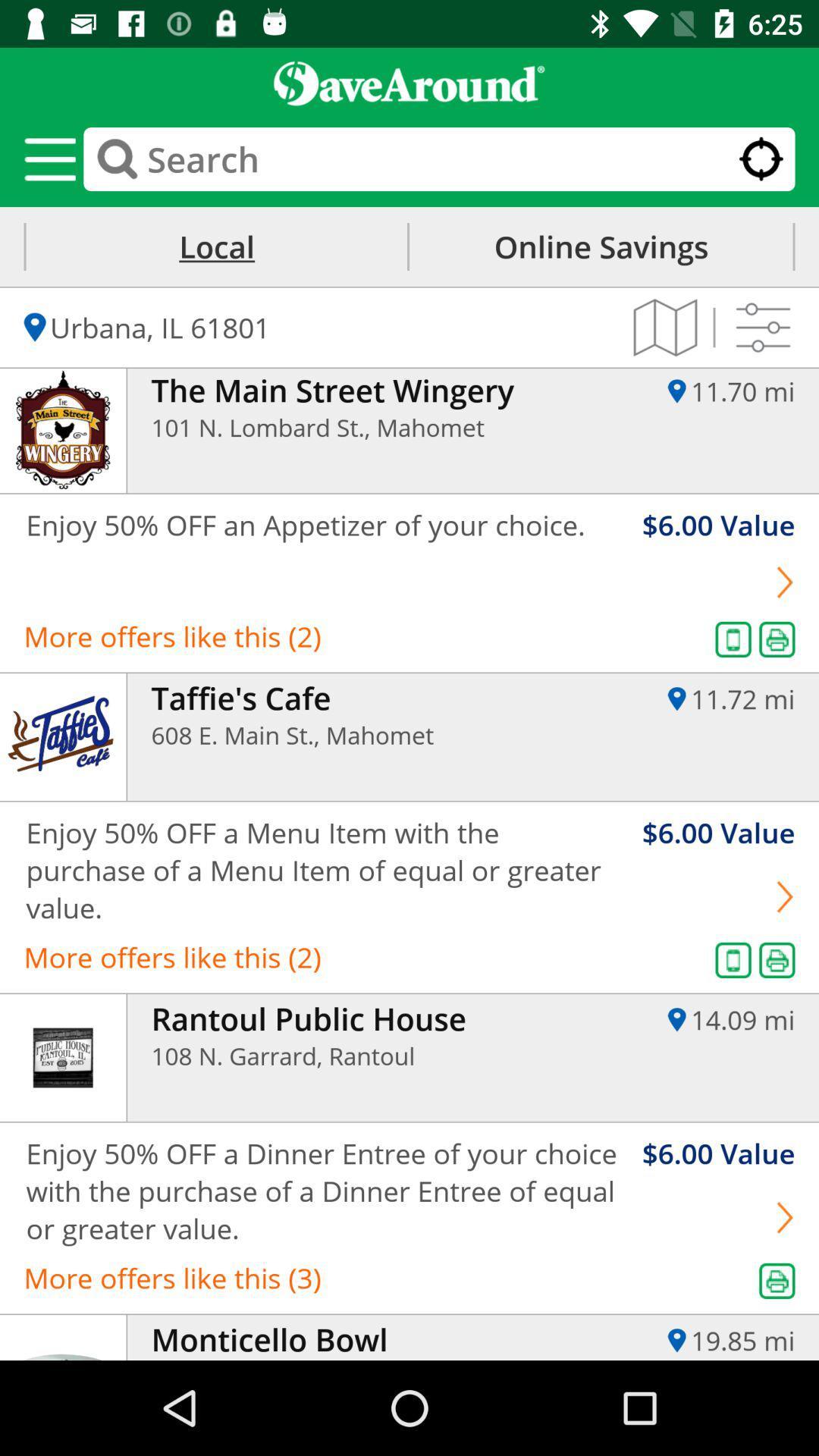  What do you see at coordinates (763, 327) in the screenshot?
I see `the sliders icon` at bounding box center [763, 327].